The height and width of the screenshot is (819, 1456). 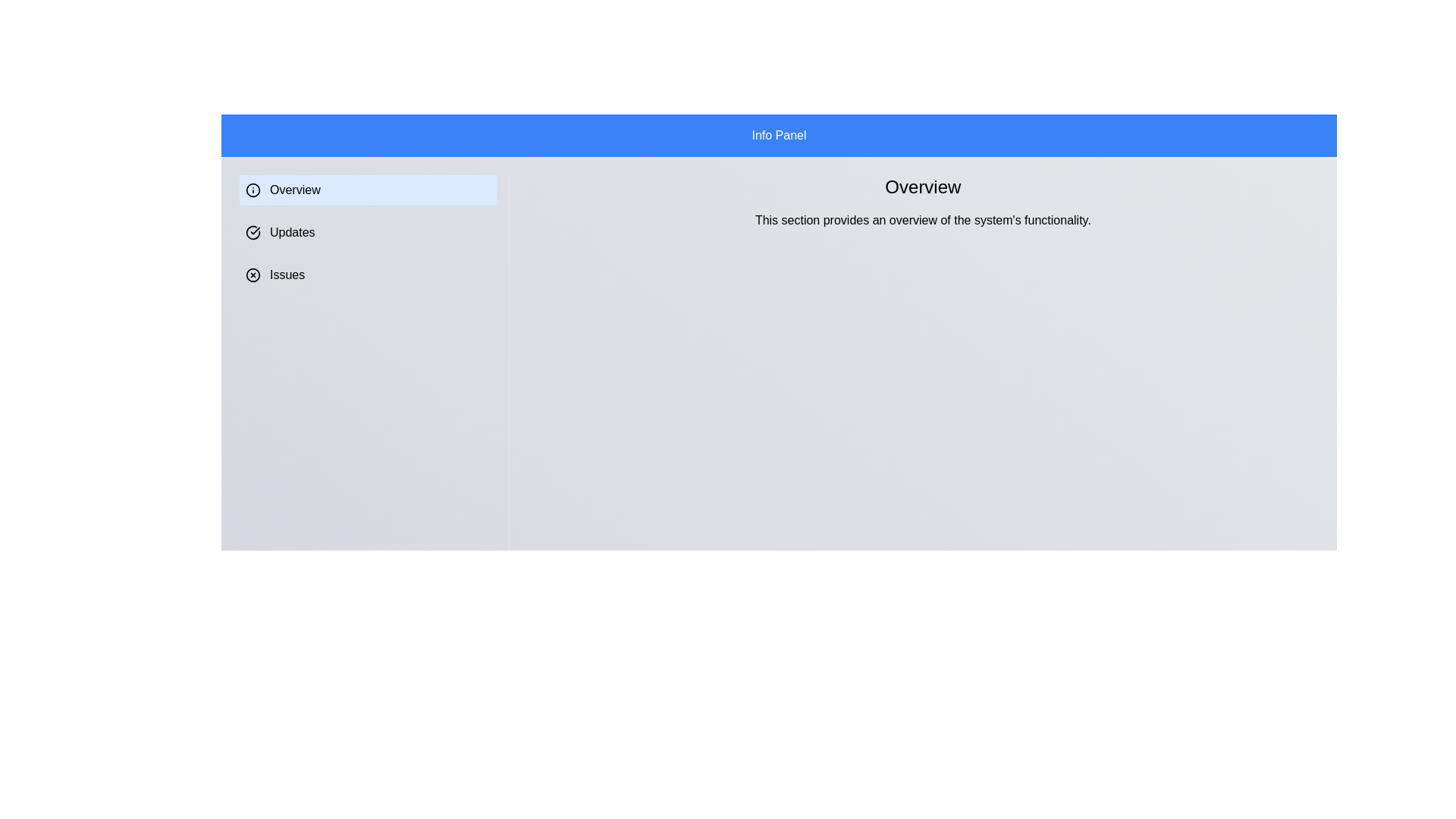 What do you see at coordinates (367, 275) in the screenshot?
I see `the section title Issues to switch to that section` at bounding box center [367, 275].